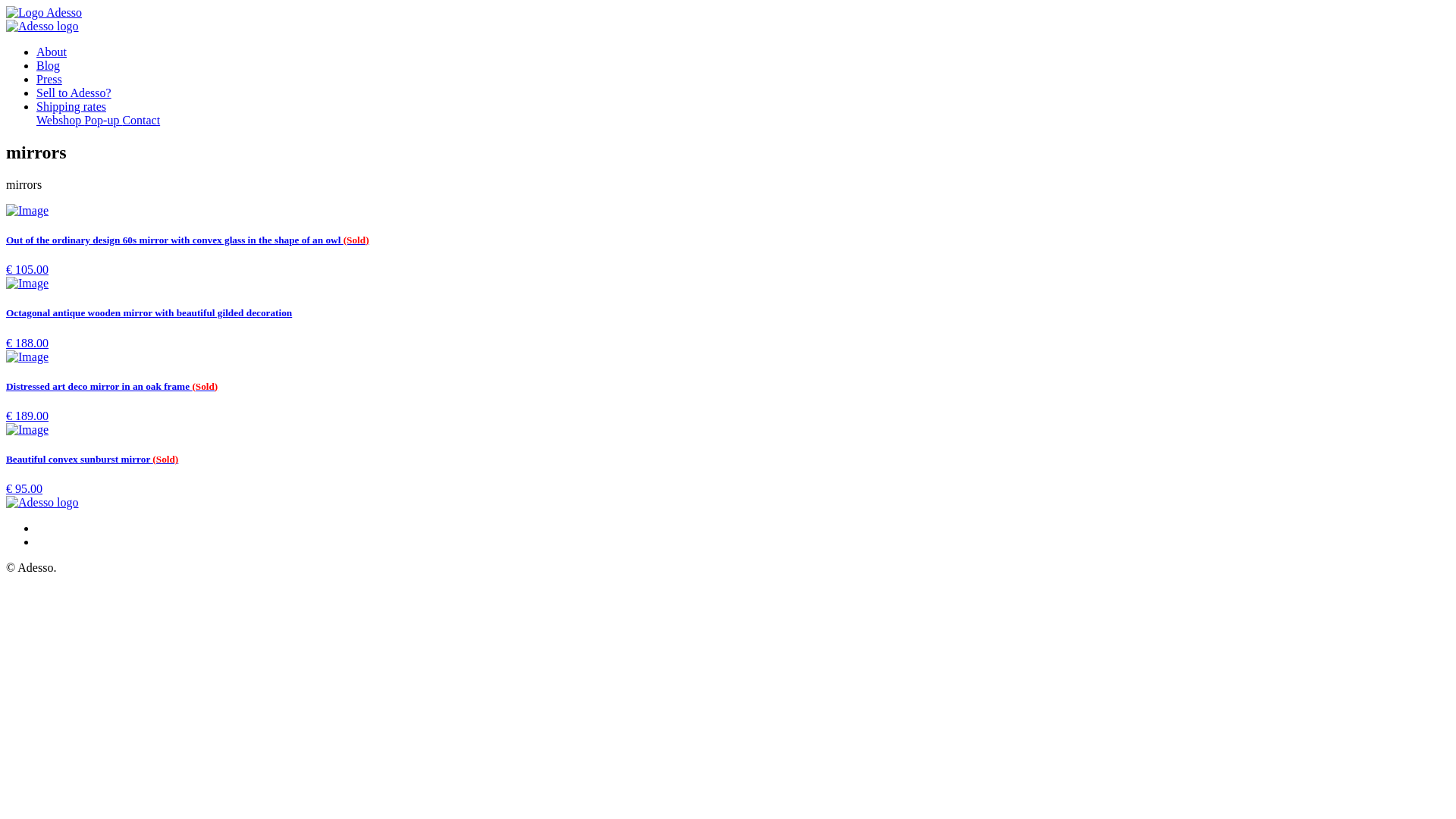  Describe the element at coordinates (102, 119) in the screenshot. I see `'Pop-up'` at that location.